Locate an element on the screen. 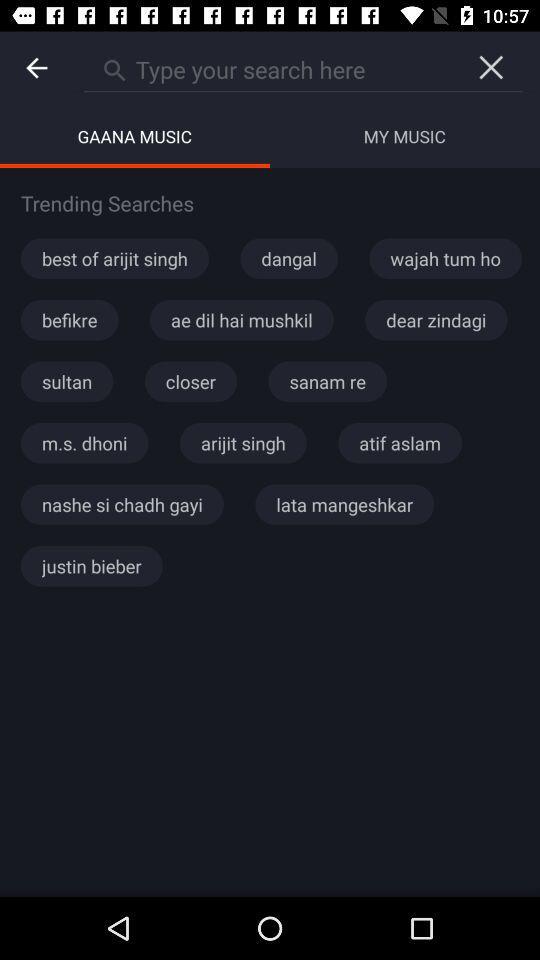 The width and height of the screenshot is (540, 960). m.s. dhoni is located at coordinates (83, 443).